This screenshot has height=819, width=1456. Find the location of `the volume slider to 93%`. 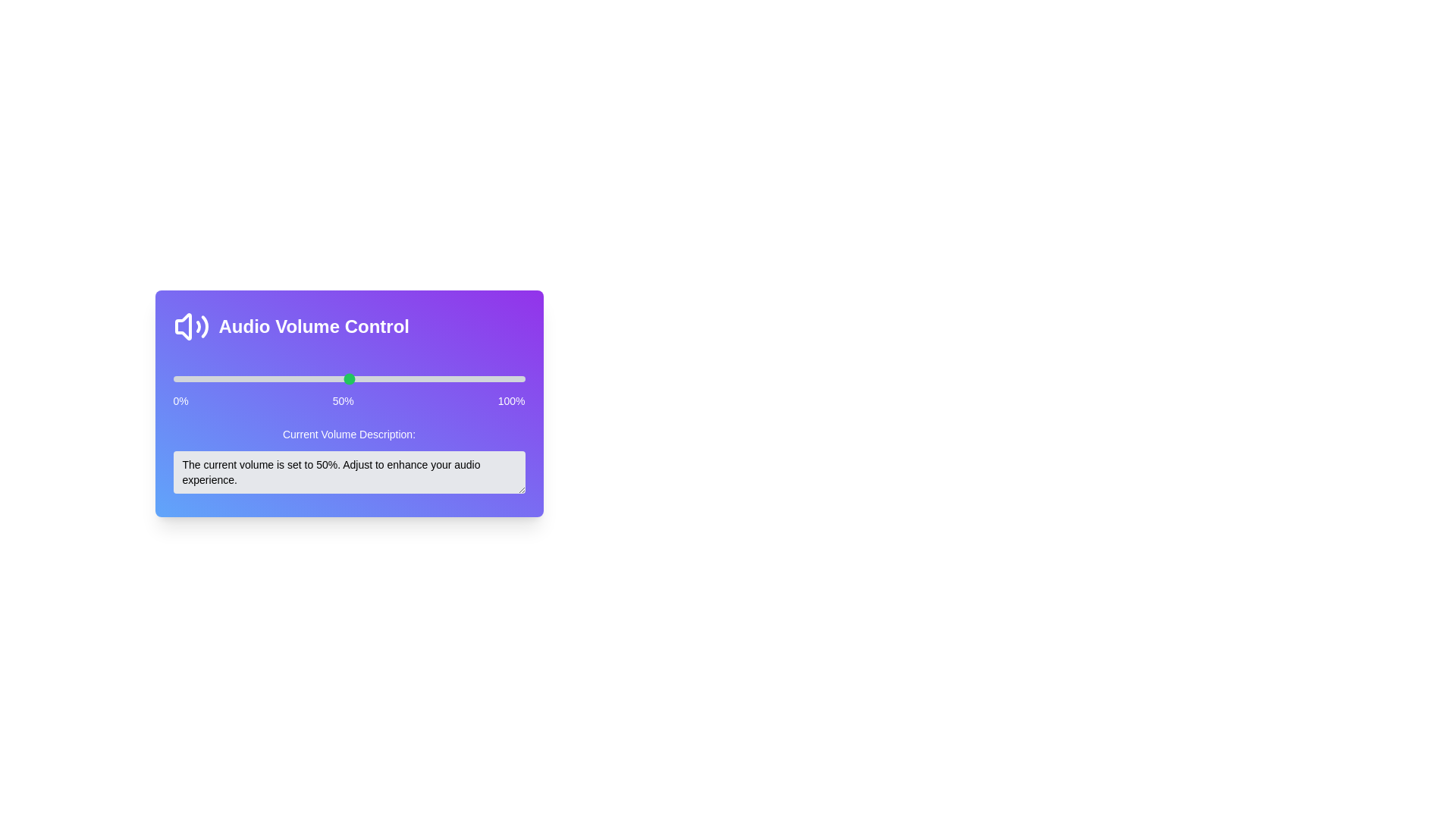

the volume slider to 93% is located at coordinates (500, 378).